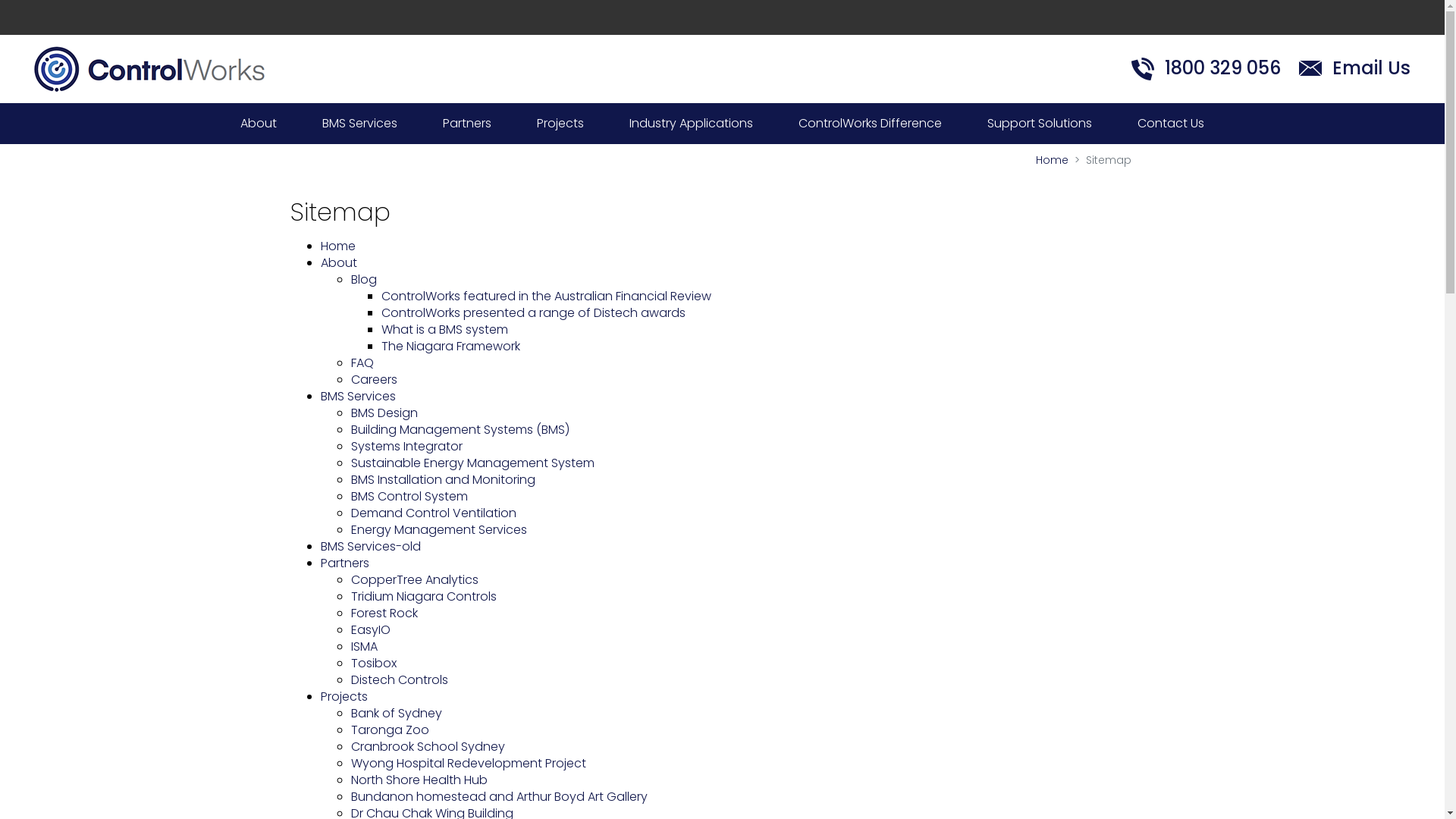 The width and height of the screenshot is (1456, 819). What do you see at coordinates (359, 122) in the screenshot?
I see `'BMS Services'` at bounding box center [359, 122].